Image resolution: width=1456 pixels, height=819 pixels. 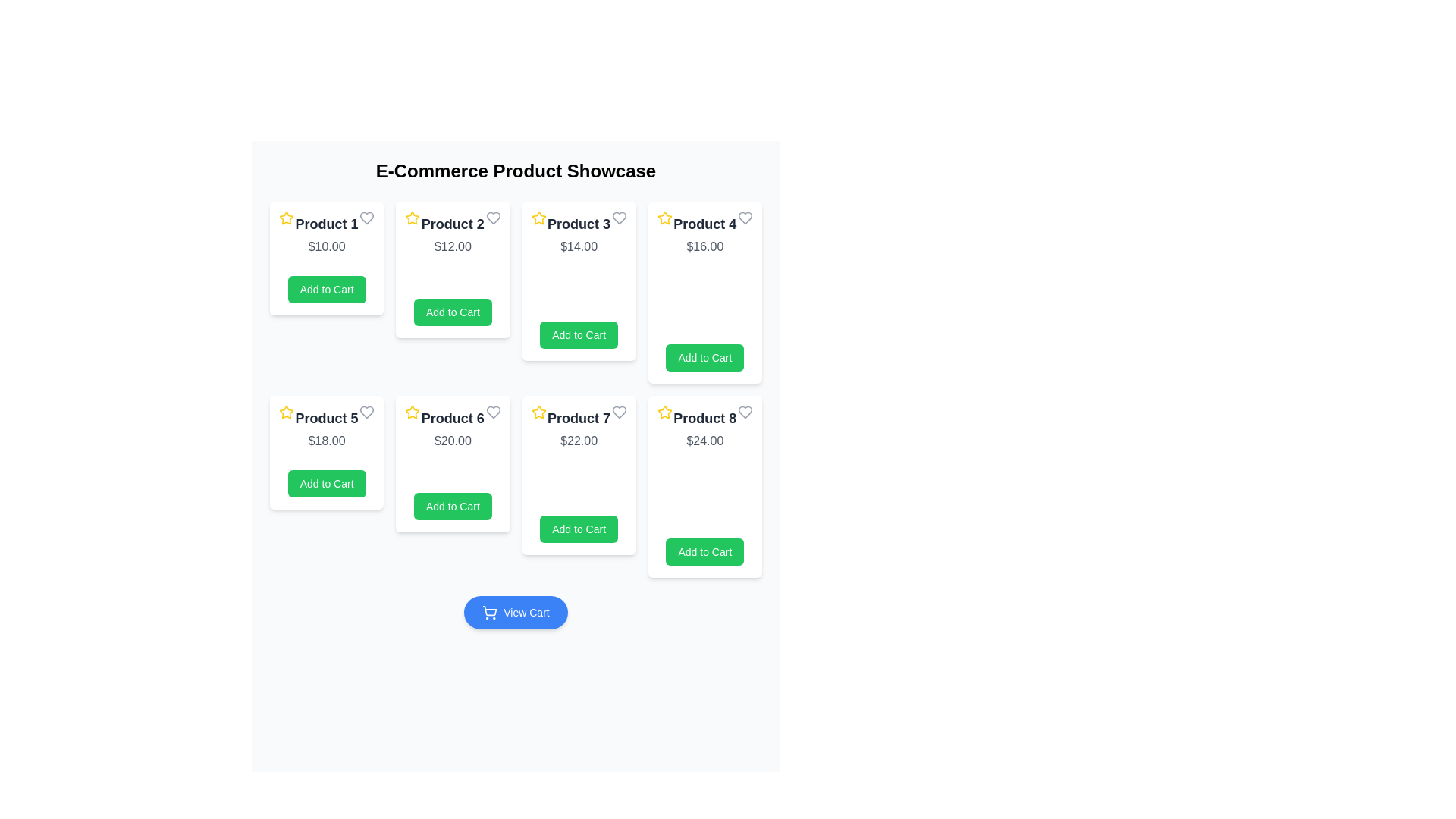 What do you see at coordinates (326, 224) in the screenshot?
I see `the 'Product 1' text label` at bounding box center [326, 224].